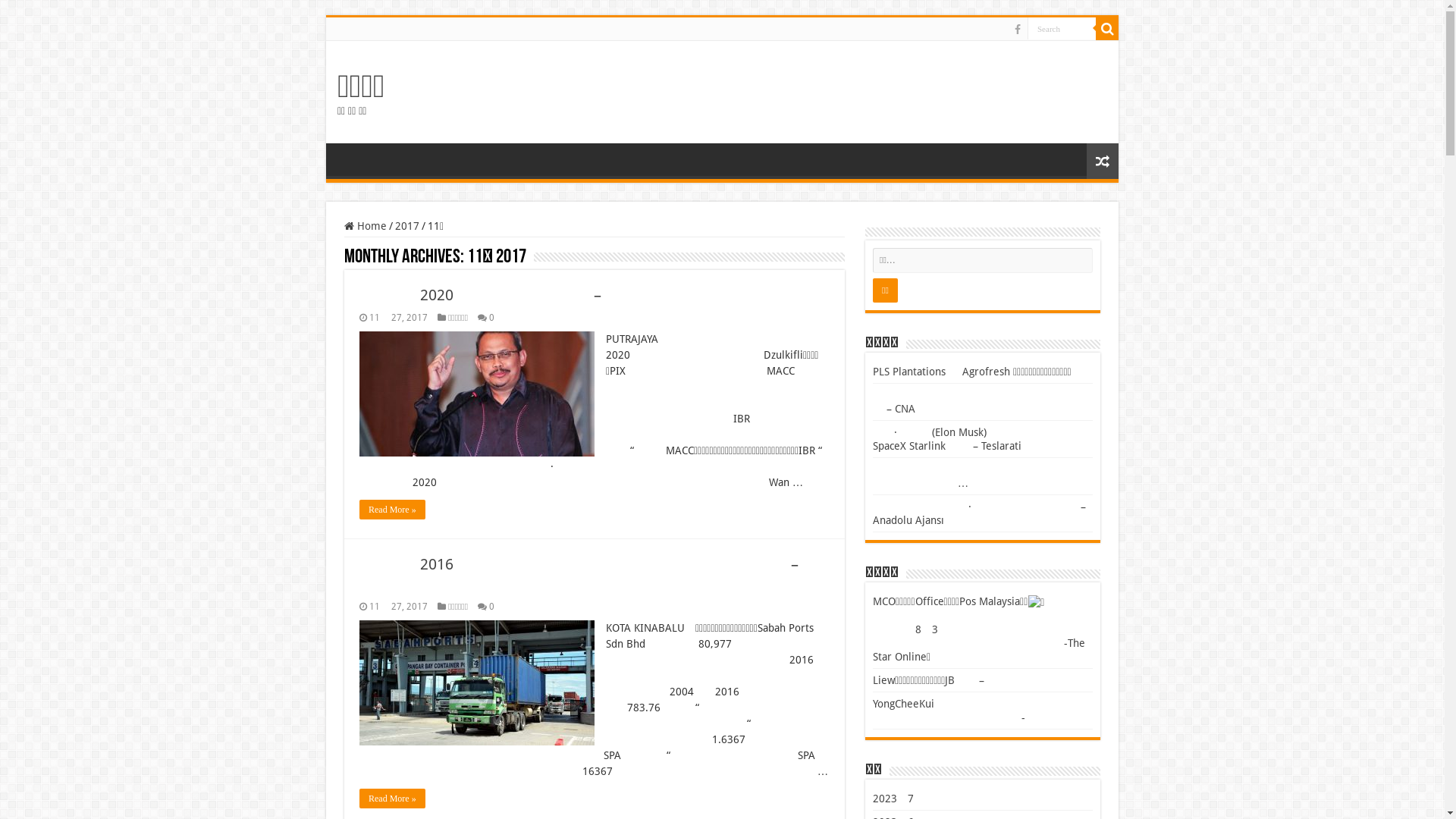 Image resolution: width=1456 pixels, height=819 pixels. I want to click on '2017', so click(407, 225).